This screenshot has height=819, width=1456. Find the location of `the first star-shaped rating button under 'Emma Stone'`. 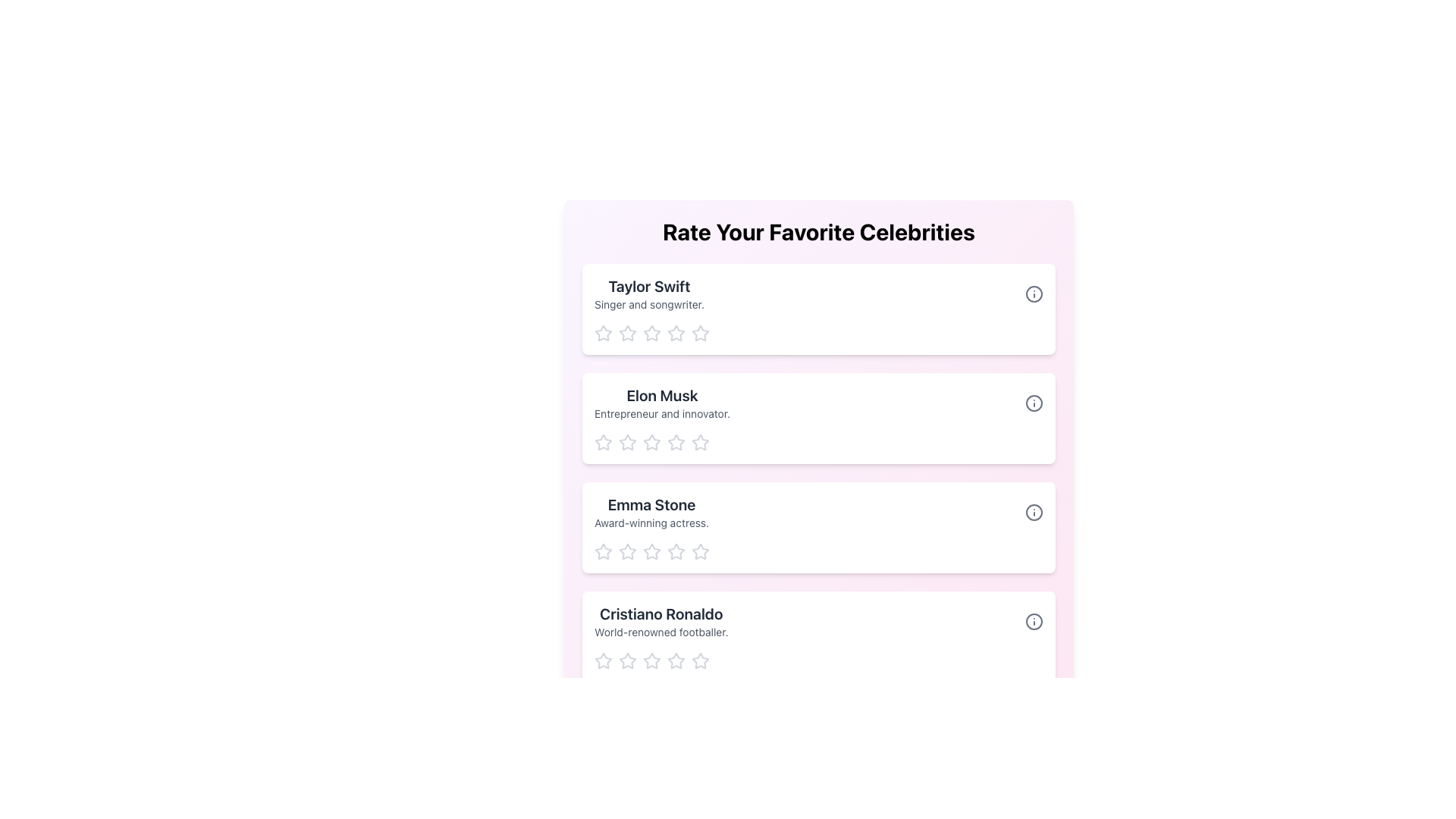

the first star-shaped rating button under 'Emma Stone' is located at coordinates (628, 551).